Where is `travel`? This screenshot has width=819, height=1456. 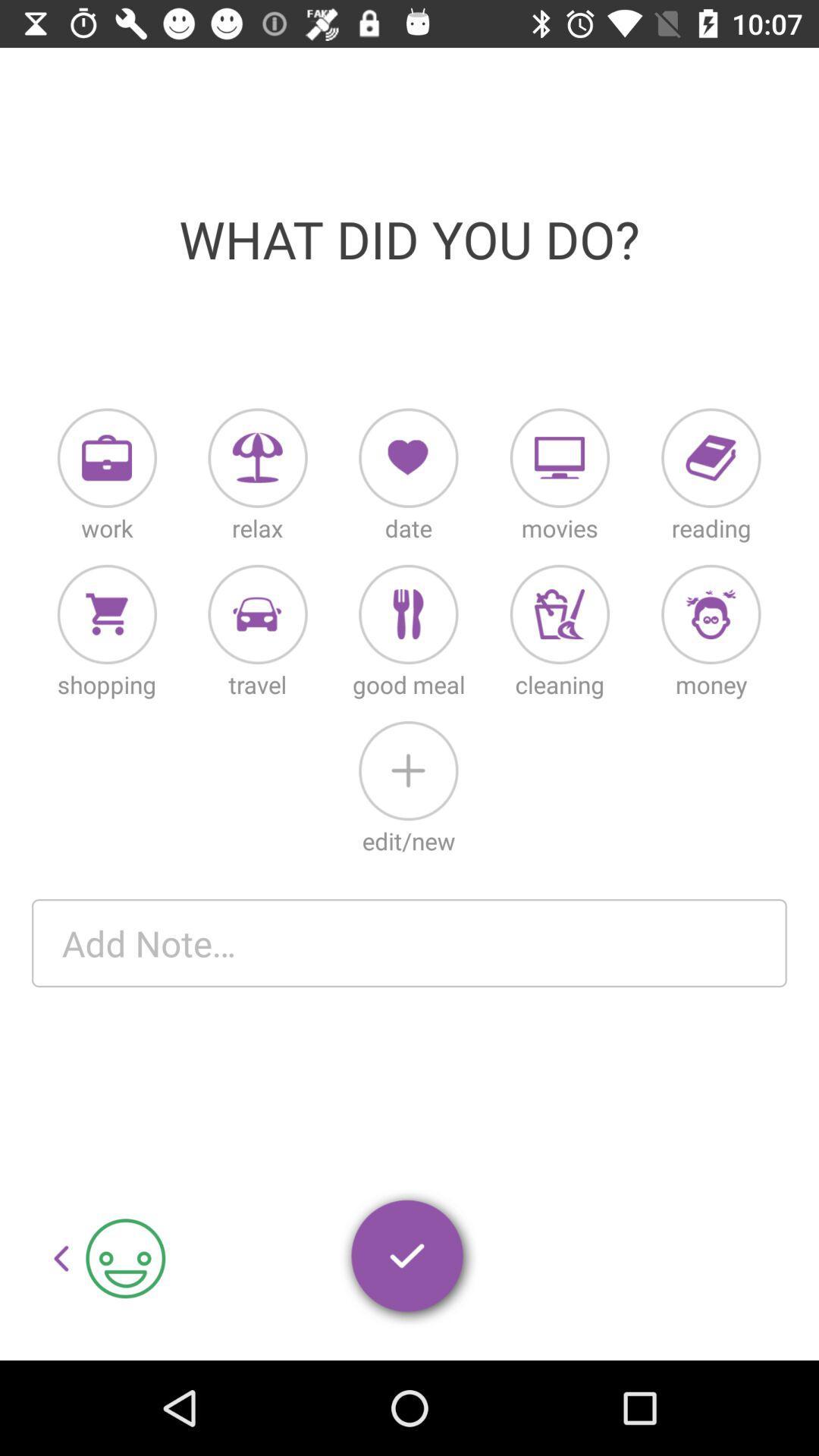 travel is located at coordinates (257, 614).